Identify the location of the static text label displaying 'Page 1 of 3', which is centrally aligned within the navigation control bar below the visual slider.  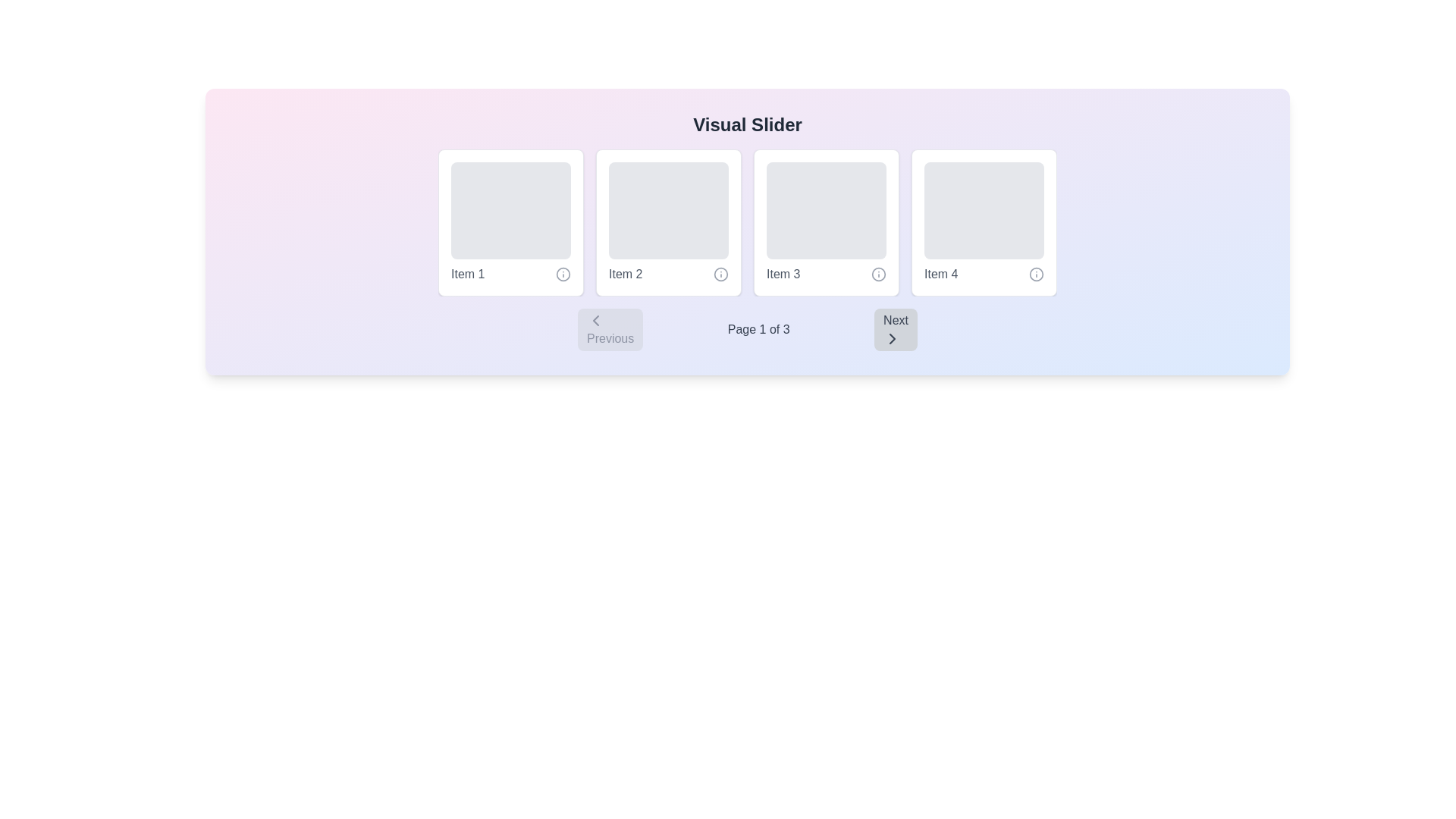
(758, 329).